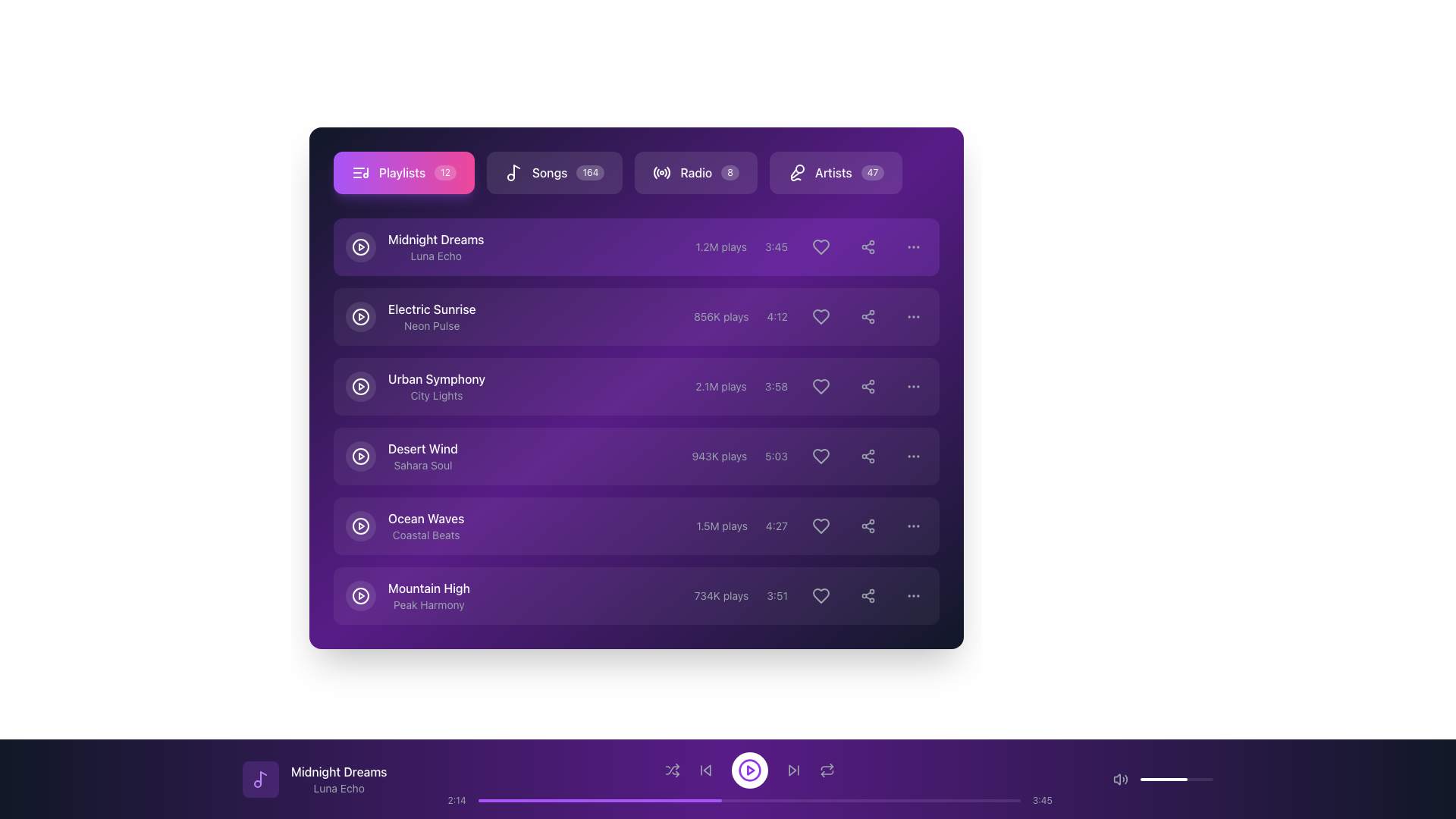  Describe the element at coordinates (720, 595) in the screenshot. I see `the Text label displaying the number of plays or listens for the last song in the playlist, which is positioned to the left of the duration label ('3:51') and above the heart icon` at that location.